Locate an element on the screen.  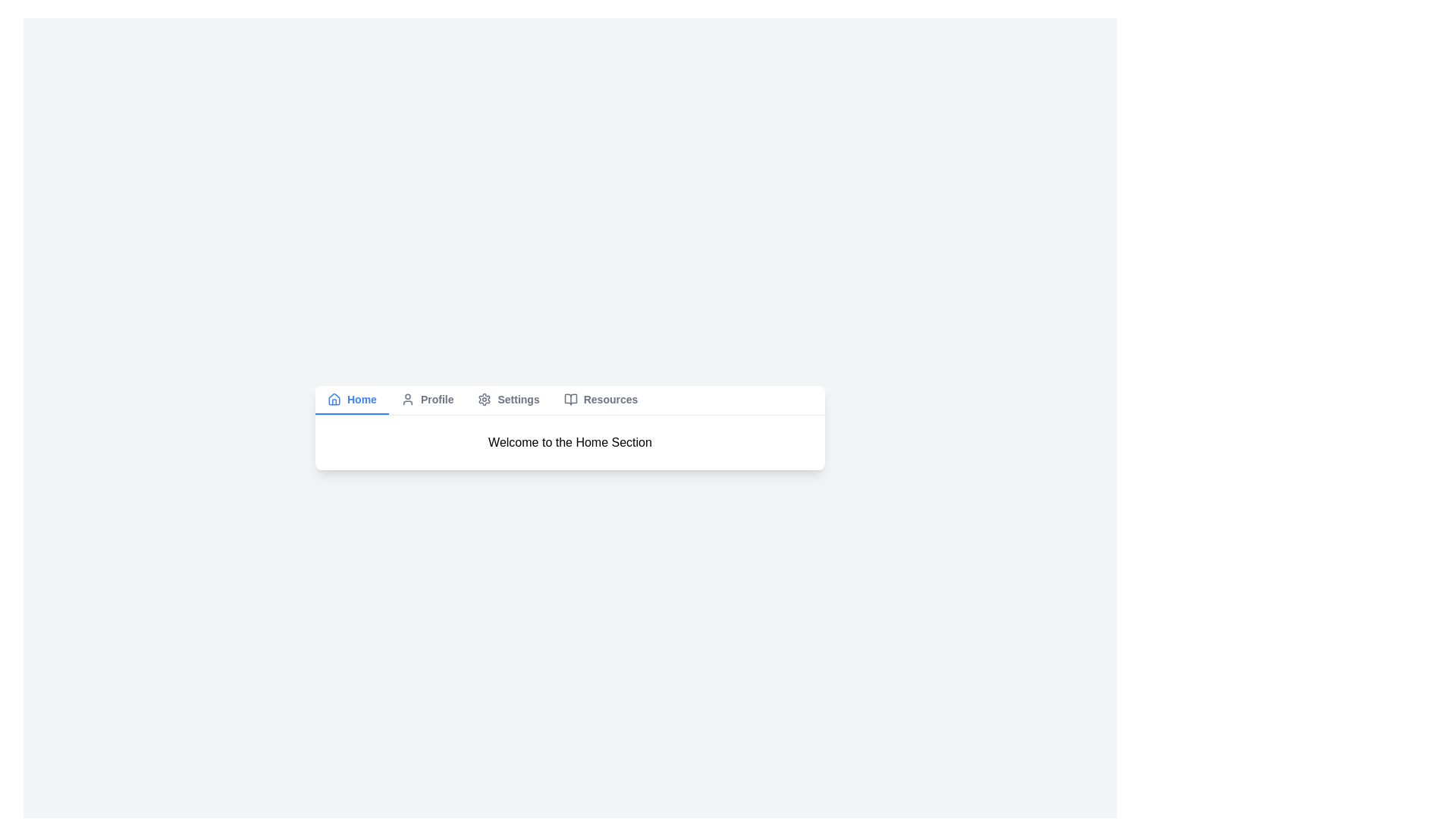
the 'Settings' text label, which is styled in gray and located in the horizontal navigation bar below 'Home' is located at coordinates (519, 398).